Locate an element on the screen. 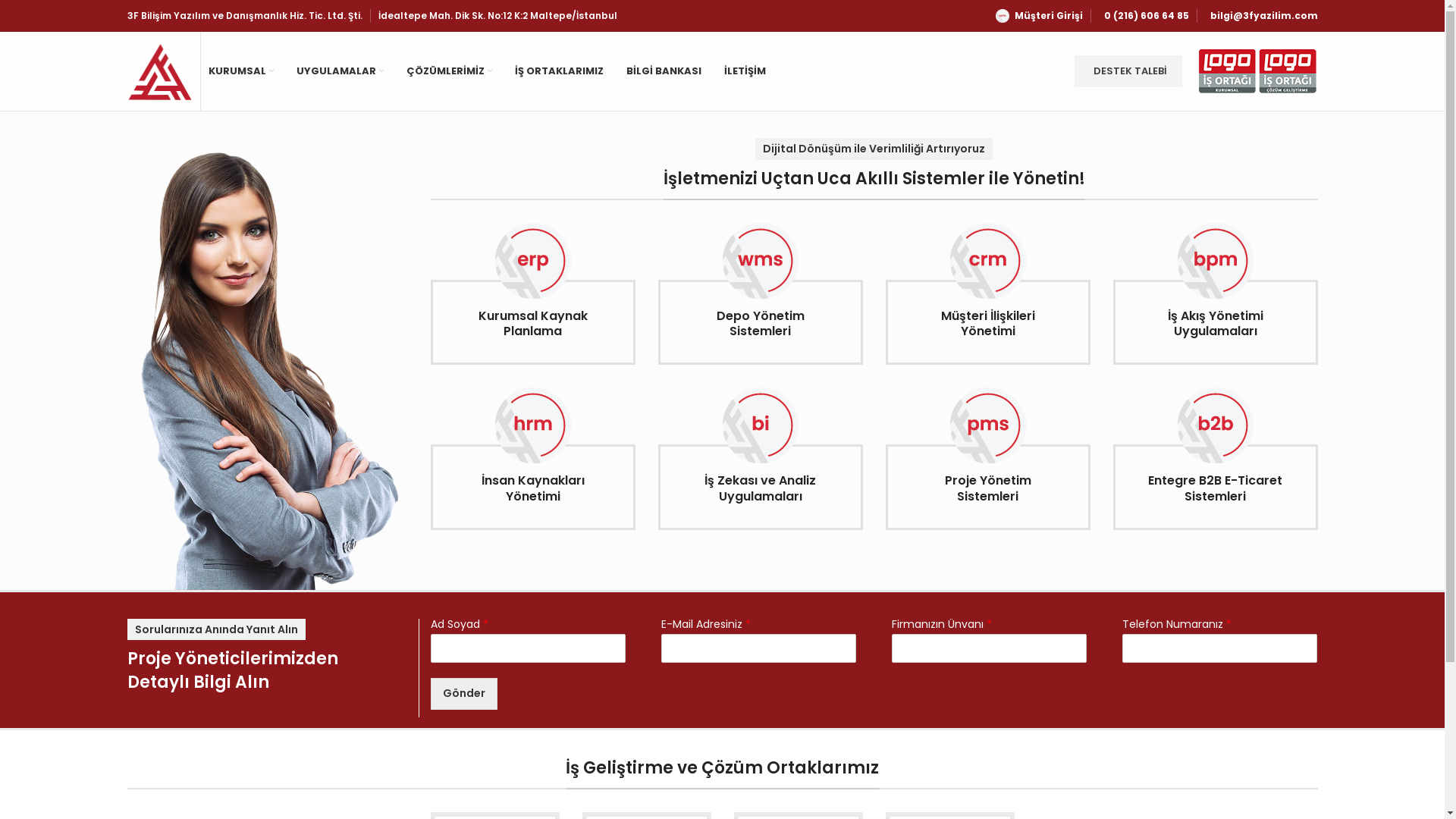 This screenshot has width=1456, height=819. 'bilgi@3fyazilim.com' is located at coordinates (1203, 15).